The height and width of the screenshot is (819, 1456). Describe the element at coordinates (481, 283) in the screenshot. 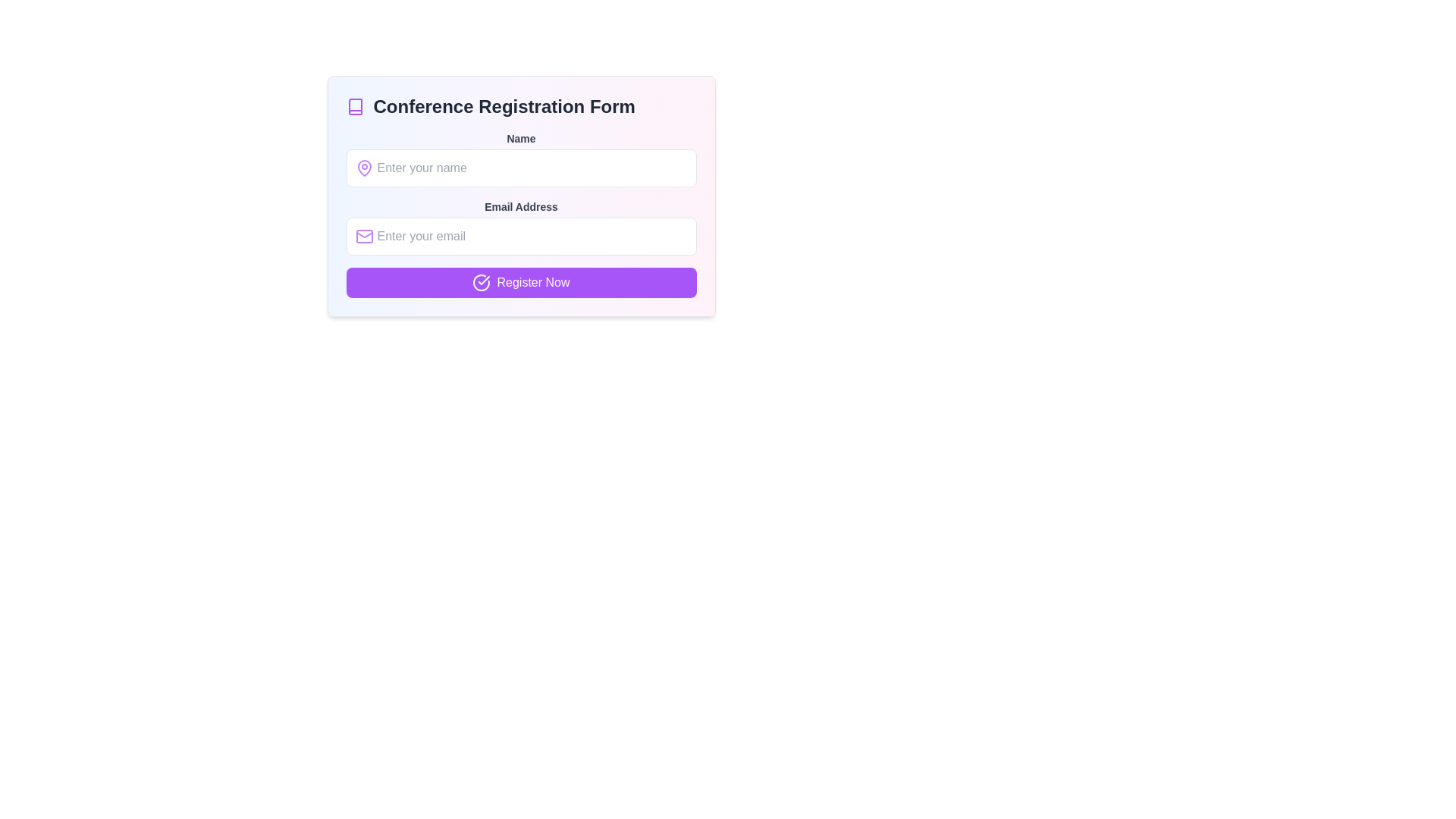

I see `the confirmation icon positioned to the left of the 'Register Now' button, which indicates a successful registration action` at that location.